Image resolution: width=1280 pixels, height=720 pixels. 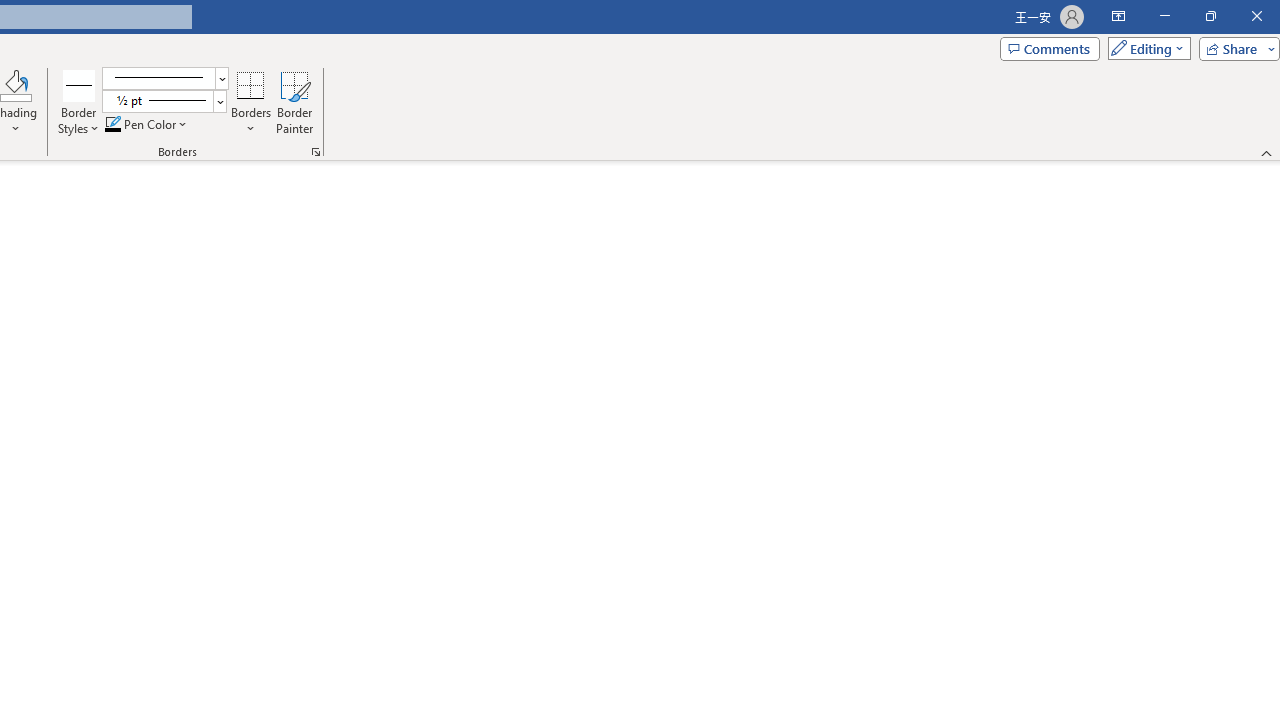 I want to click on 'Border Styles', so click(x=79, y=103).